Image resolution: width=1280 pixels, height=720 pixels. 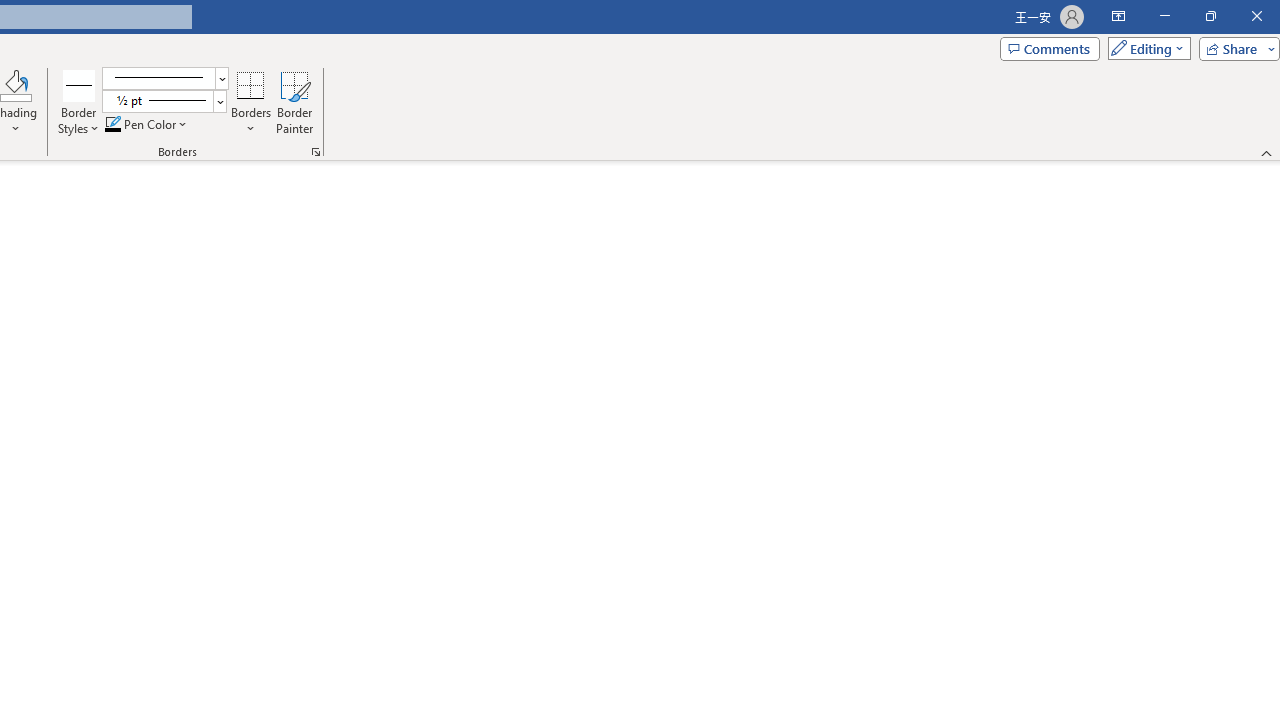 I want to click on 'Border Styles', so click(x=79, y=103).